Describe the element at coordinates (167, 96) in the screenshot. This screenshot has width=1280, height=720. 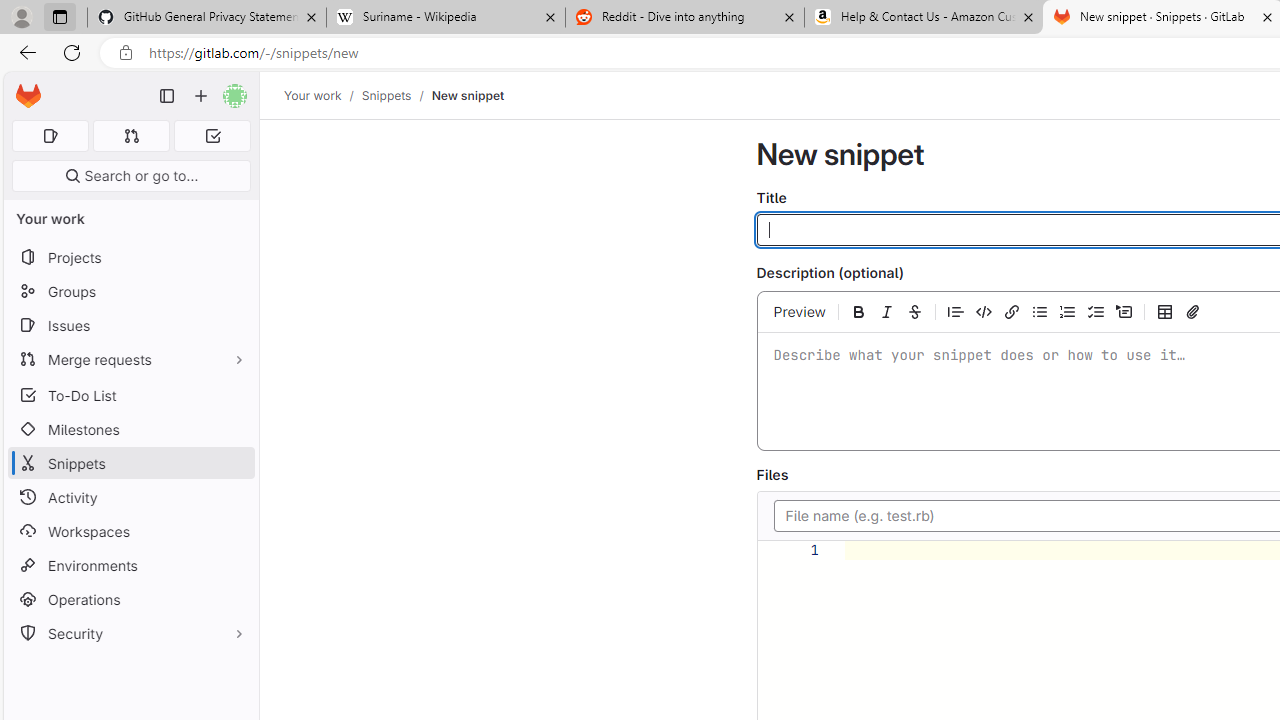
I see `'Primary navigation sidebar'` at that location.